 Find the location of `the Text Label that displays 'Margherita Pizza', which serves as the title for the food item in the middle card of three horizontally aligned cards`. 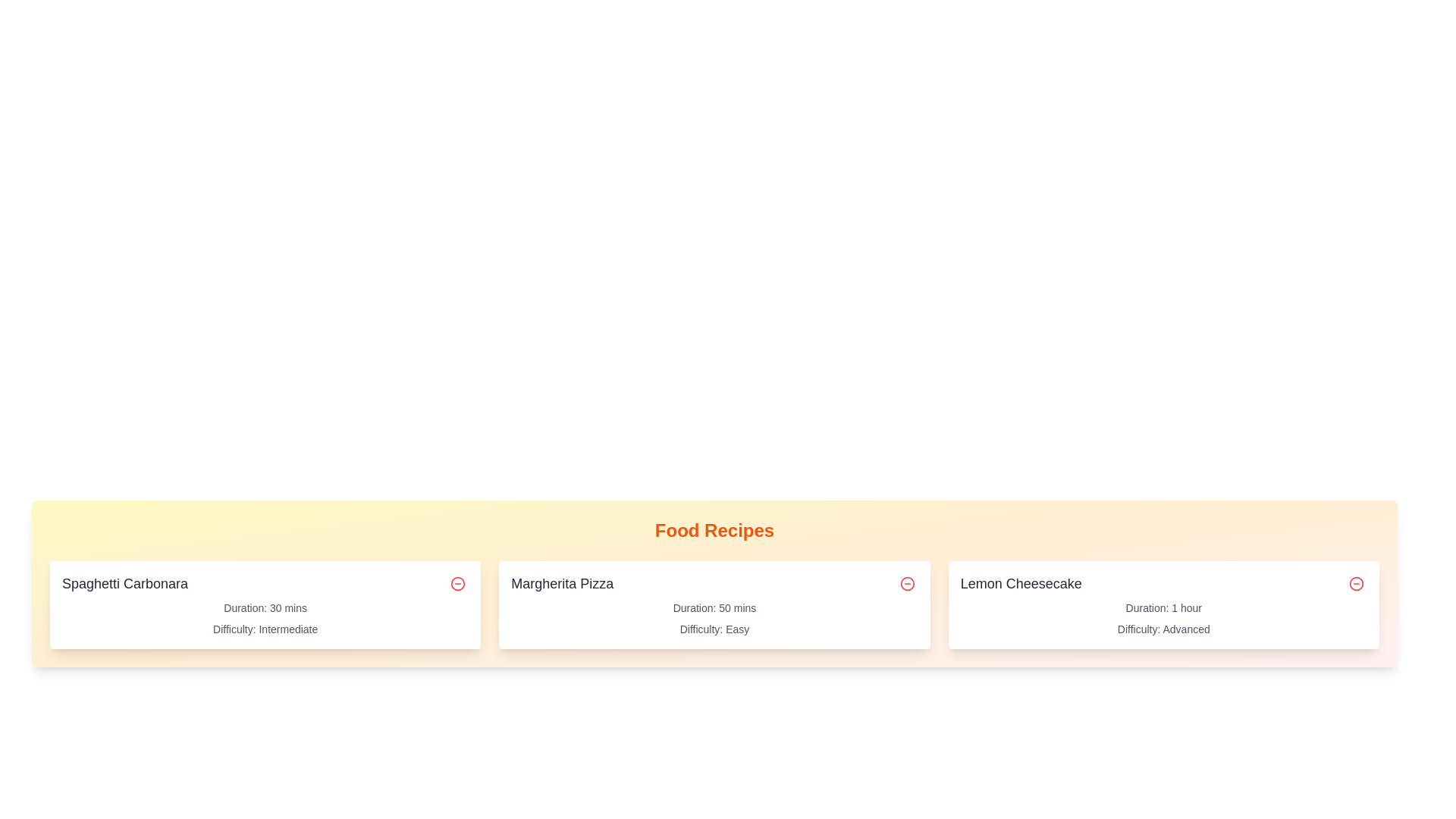

the Text Label that displays 'Margherita Pizza', which serves as the title for the food item in the middle card of three horizontally aligned cards is located at coordinates (561, 583).